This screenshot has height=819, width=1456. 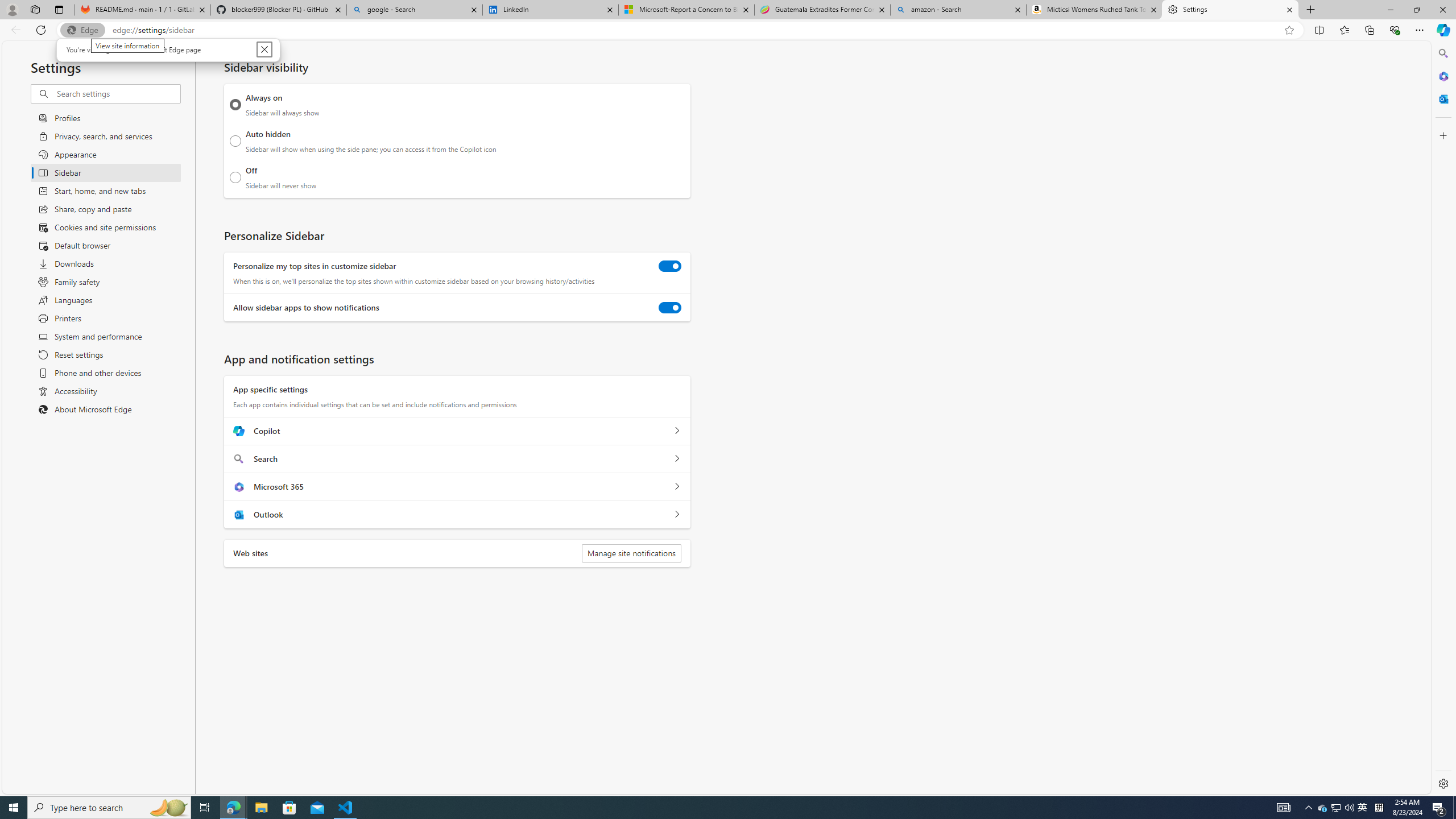 I want to click on 'Microsoft Edge - 2 running windows', so click(x=233, y=806).